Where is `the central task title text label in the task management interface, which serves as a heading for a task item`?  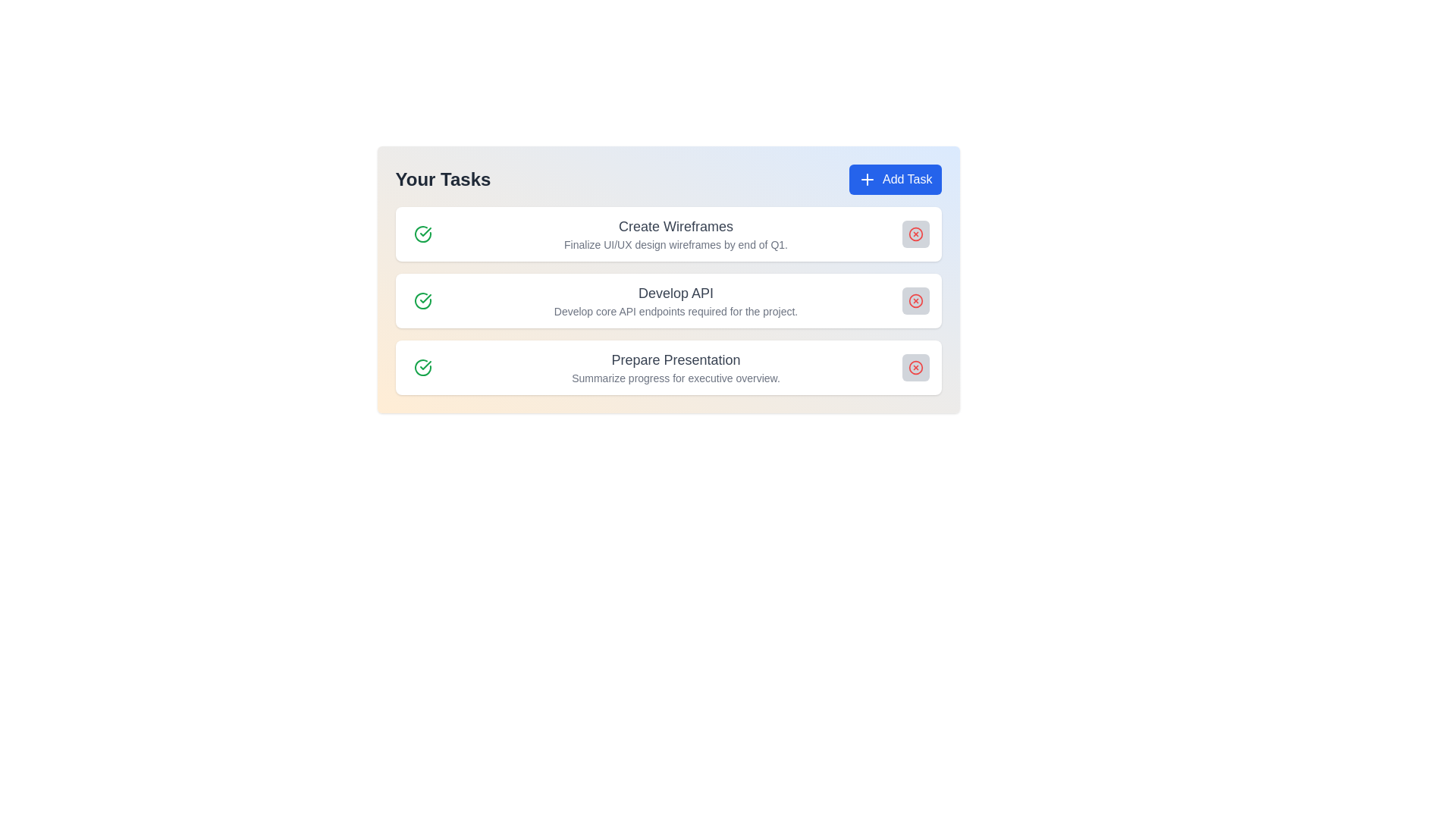
the central task title text label in the task management interface, which serves as a heading for a task item is located at coordinates (675, 293).